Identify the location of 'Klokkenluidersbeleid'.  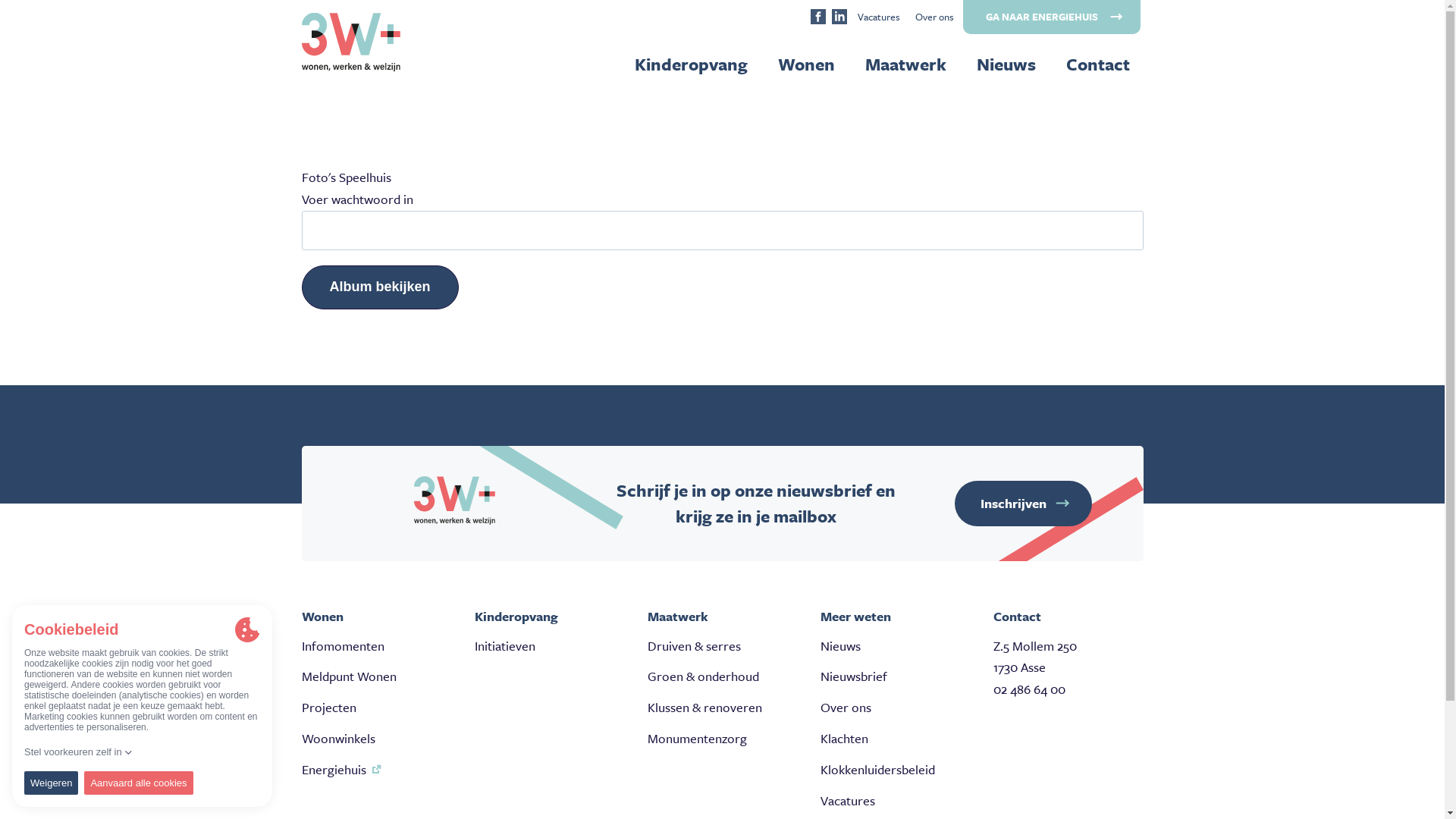
(819, 769).